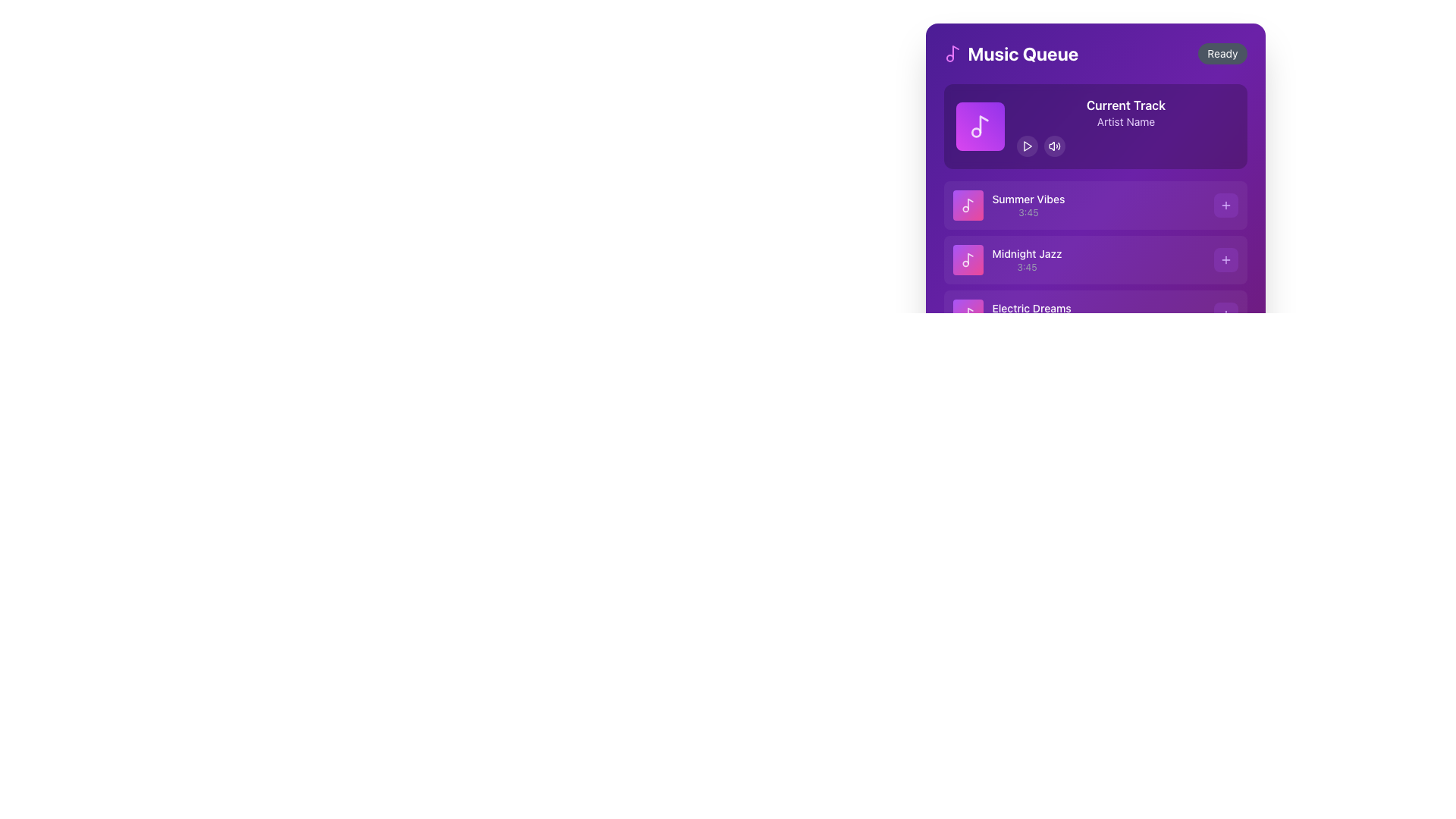 This screenshot has height=819, width=1456. I want to click on the second list item in the Music Queue section, which represents the audio track 'Midnight Jazz', so click(1095, 259).